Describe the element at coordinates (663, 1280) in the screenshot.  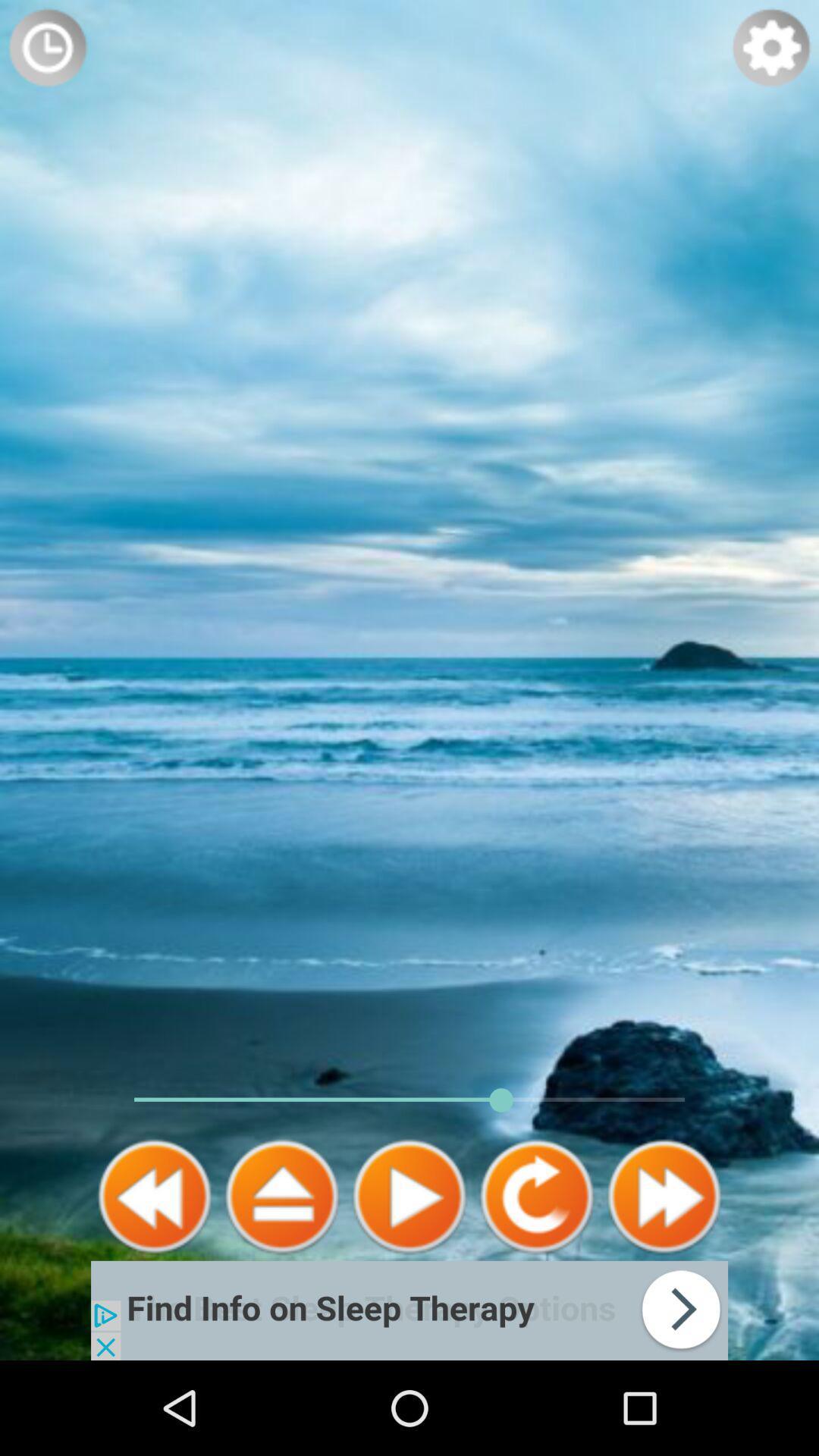
I see `the av_forward icon` at that location.